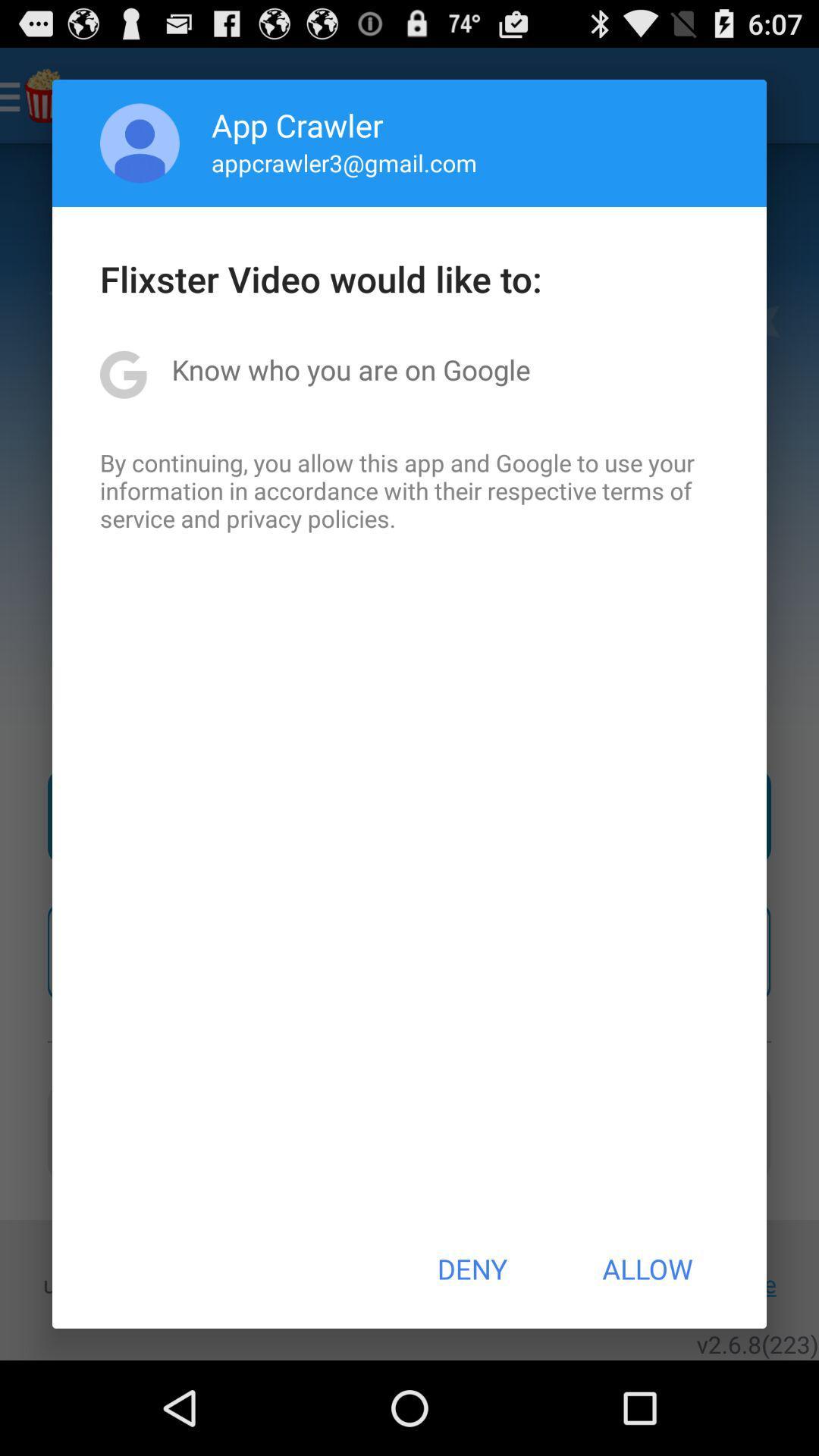  I want to click on the deny button, so click(471, 1269).